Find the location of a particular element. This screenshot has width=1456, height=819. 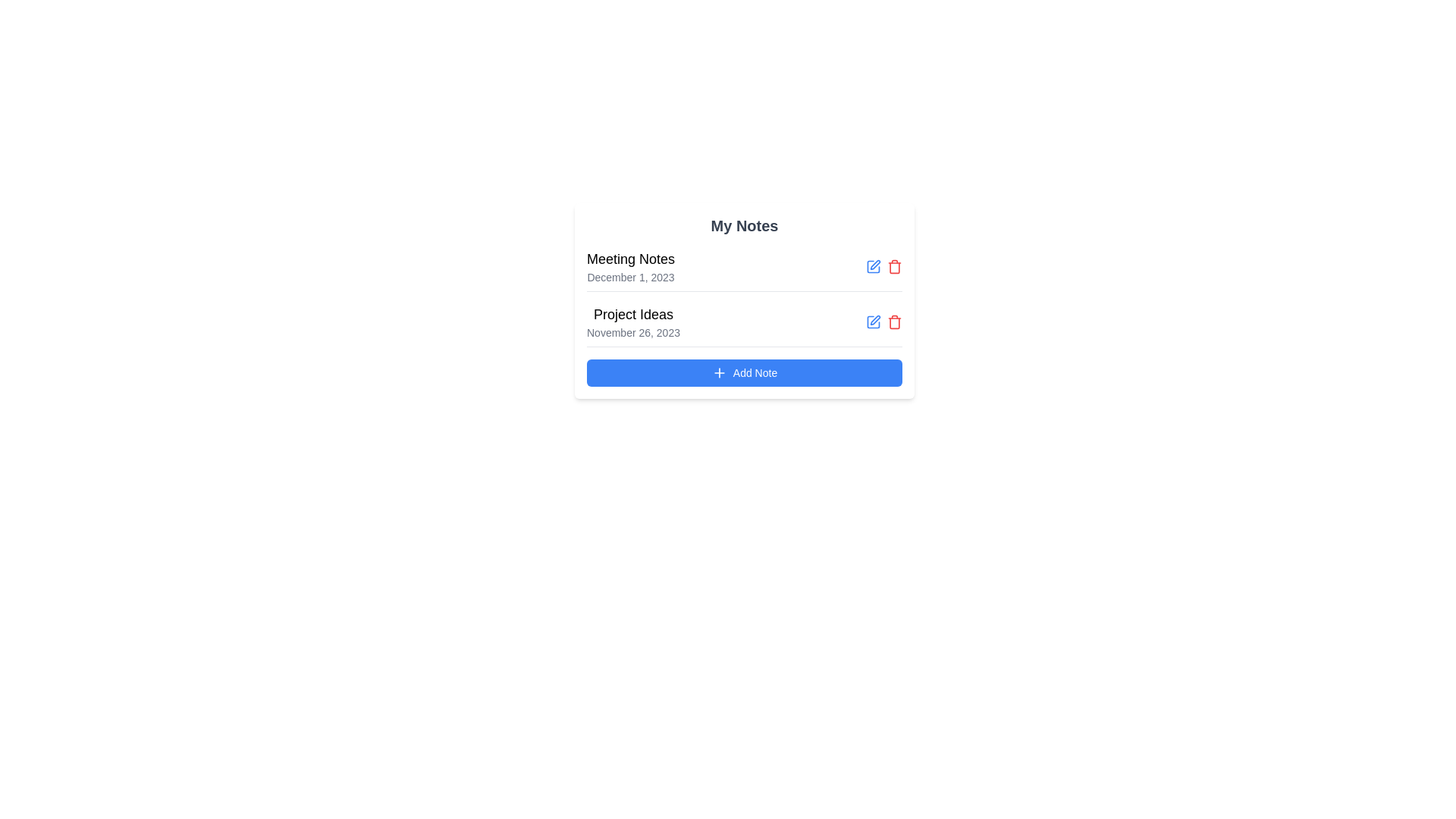

the Date label displaying 'November 26, 2023' in gray font, located below the 'Project Ideas' heading in the second note of 'My Notes' is located at coordinates (633, 332).